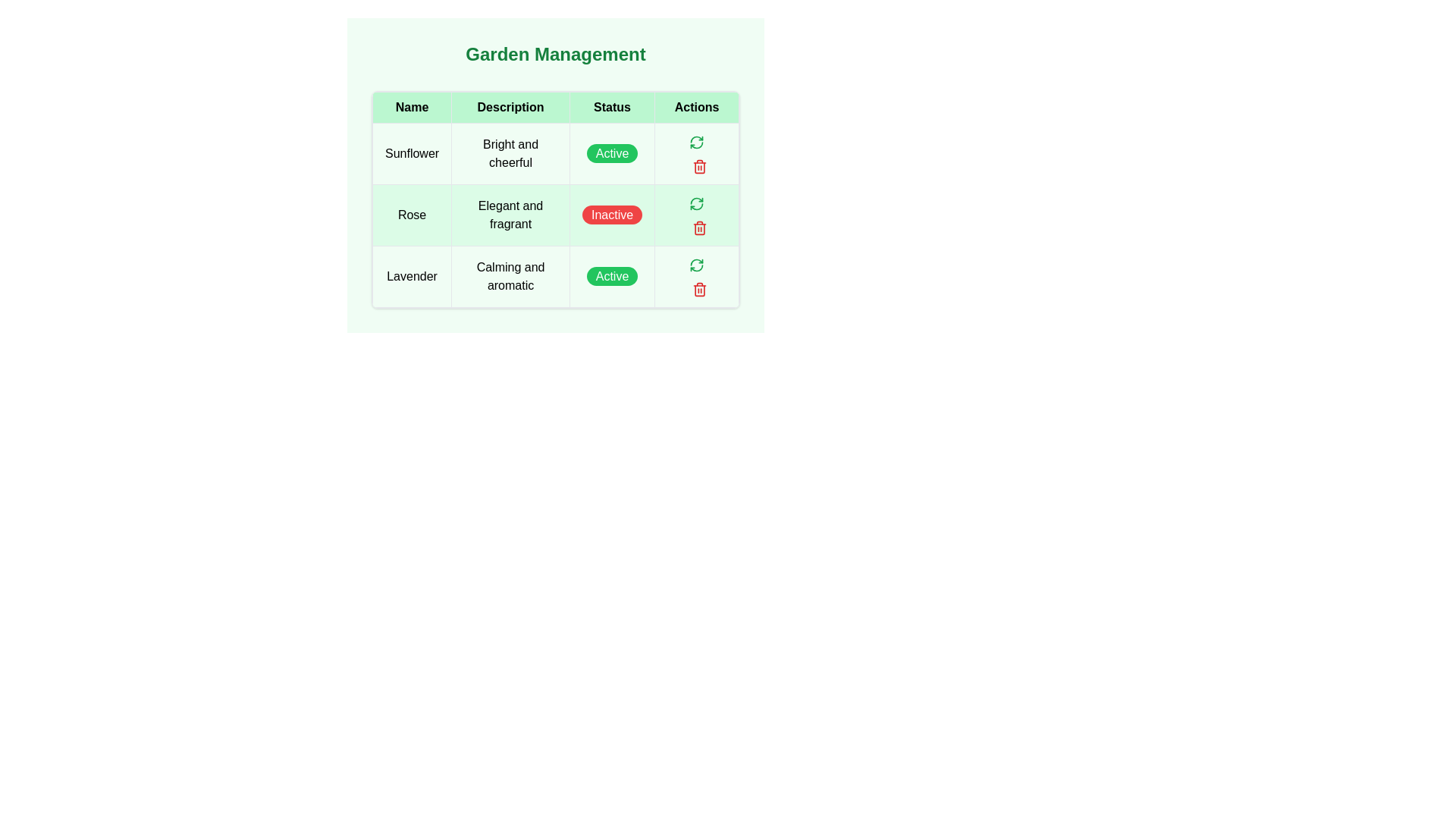 The image size is (1456, 819). Describe the element at coordinates (696, 140) in the screenshot. I see `the curved arrow refresh icon with a green stroke in the Actions column for the Rose item in the Garden Management table` at that location.